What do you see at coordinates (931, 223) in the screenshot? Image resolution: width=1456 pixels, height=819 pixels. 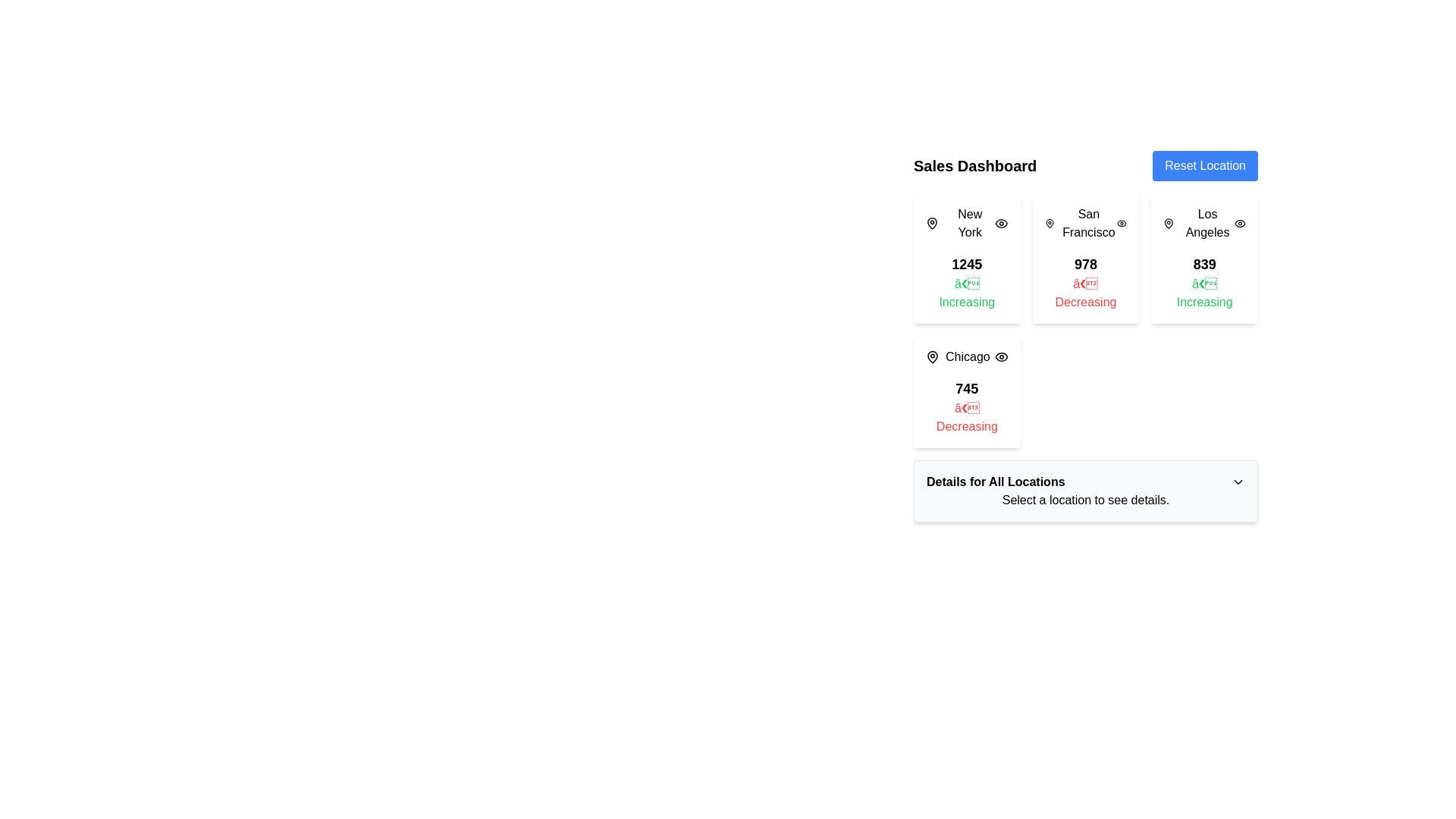 I see `the location marker icon that indicates the reference point for 'New York', positioned on the upper left side of the layout, to the immediate left of the text label` at bounding box center [931, 223].